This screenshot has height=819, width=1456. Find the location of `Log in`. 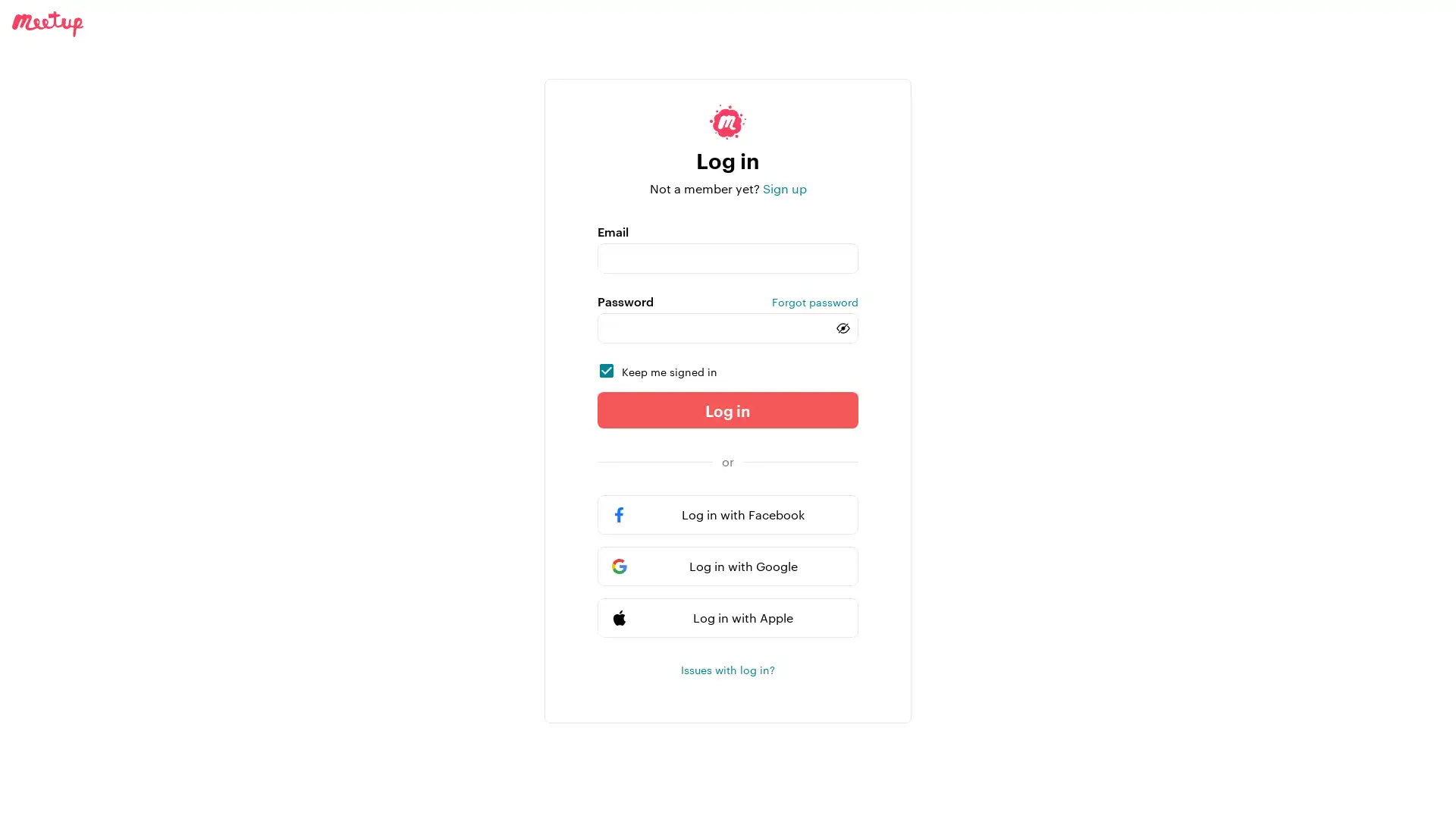

Log in is located at coordinates (728, 409).